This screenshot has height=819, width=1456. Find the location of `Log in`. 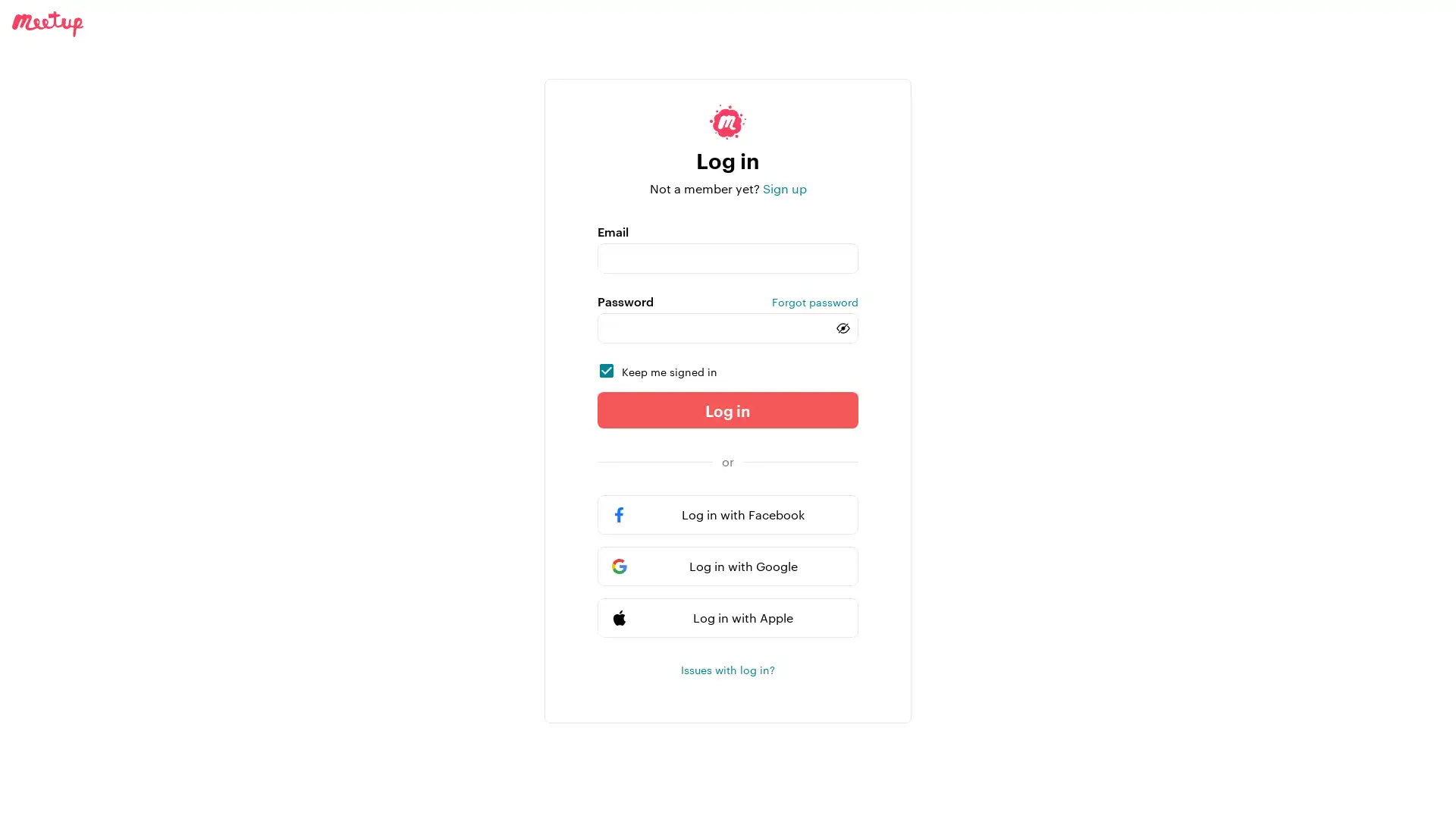

Log in is located at coordinates (728, 409).